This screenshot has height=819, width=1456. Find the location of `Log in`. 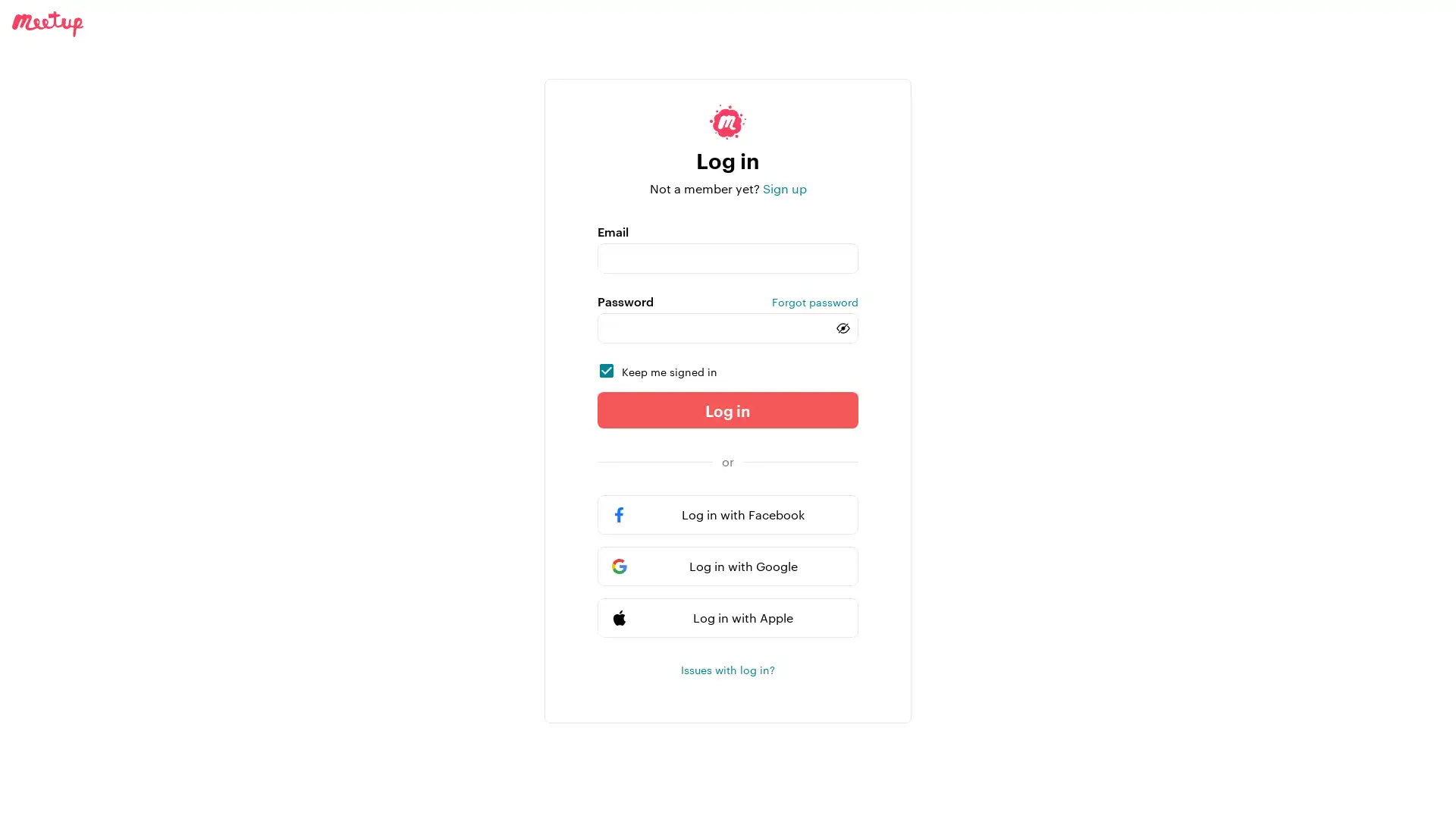

Log in is located at coordinates (728, 409).